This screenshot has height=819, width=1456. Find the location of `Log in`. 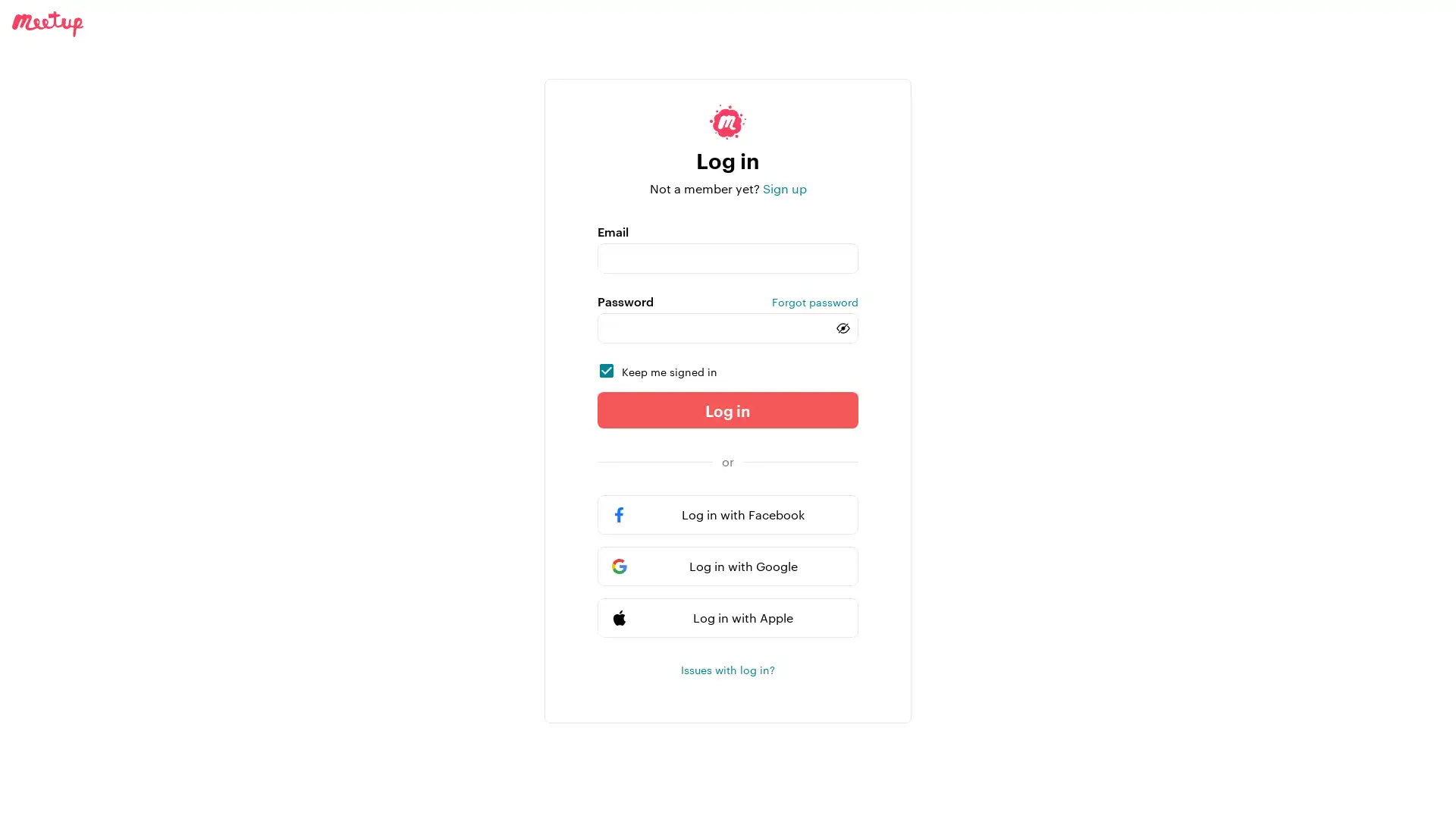

Log in is located at coordinates (728, 409).